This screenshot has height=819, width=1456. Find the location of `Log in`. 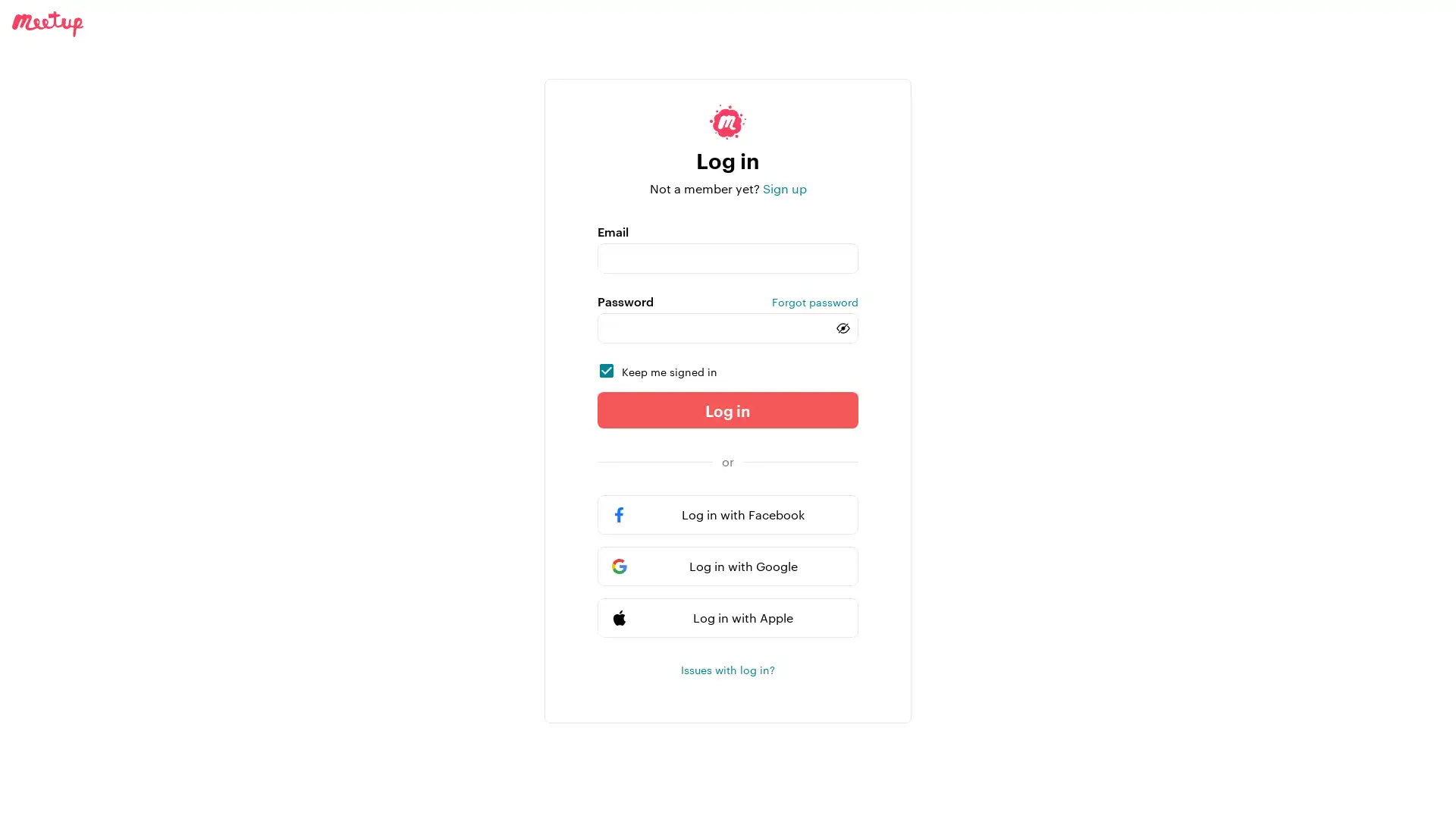

Log in is located at coordinates (728, 409).